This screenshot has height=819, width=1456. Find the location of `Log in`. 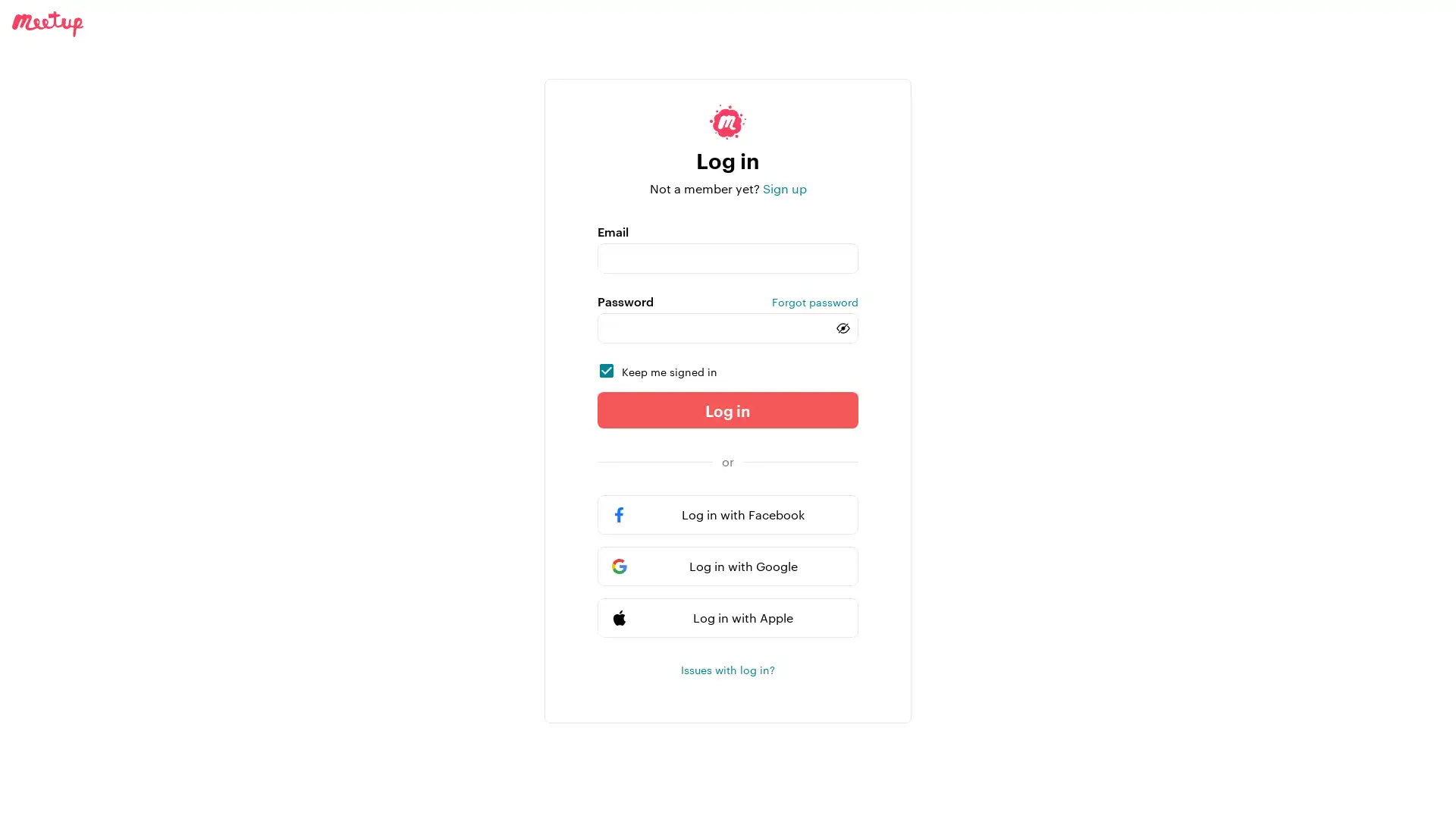

Log in is located at coordinates (728, 409).